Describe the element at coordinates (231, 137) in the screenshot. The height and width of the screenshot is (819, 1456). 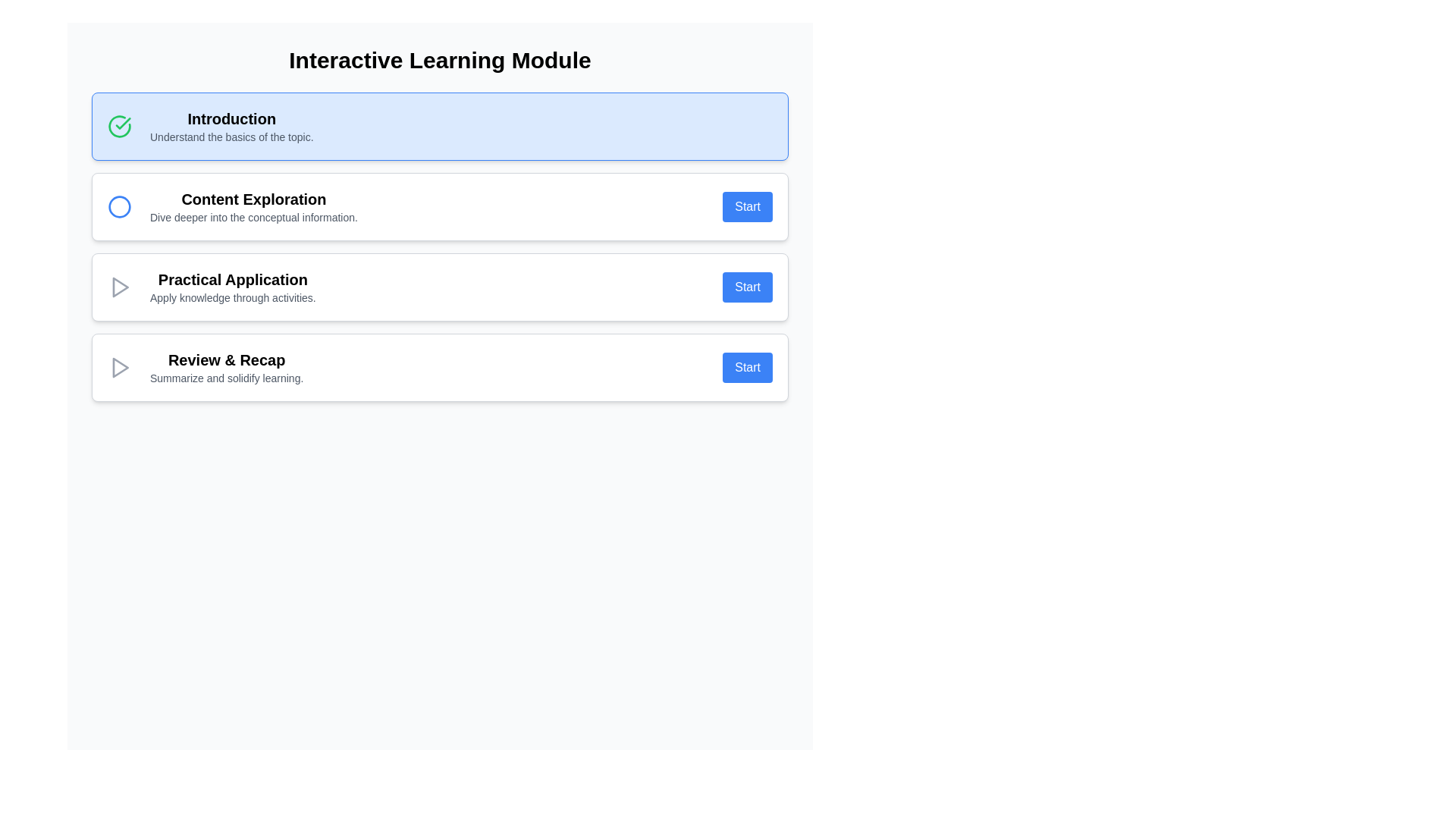
I see `the gray text label that says 'Understand the basics of the topic.' positioned below the bold title 'Introduction'` at that location.